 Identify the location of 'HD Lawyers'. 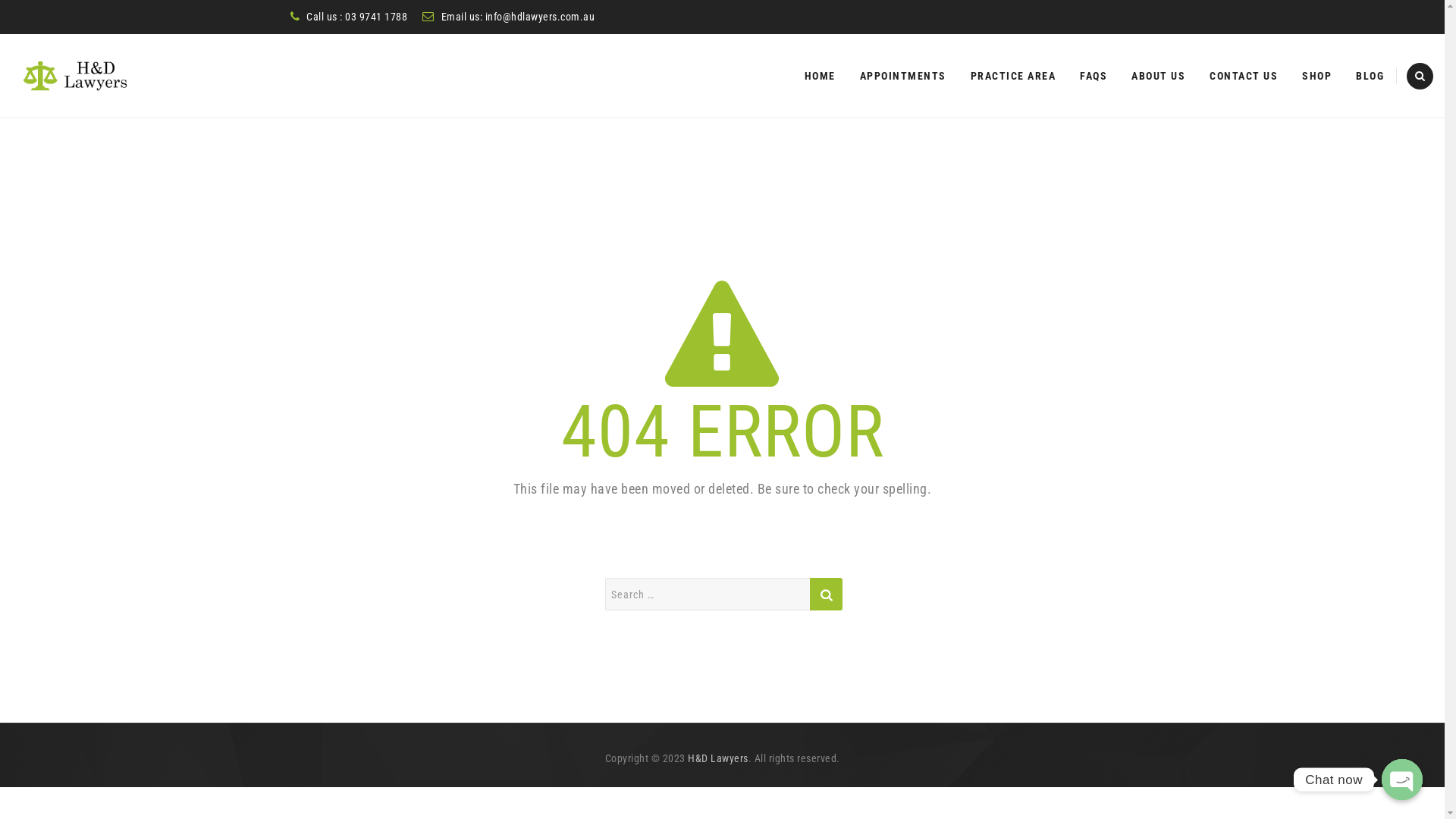
(75, 76).